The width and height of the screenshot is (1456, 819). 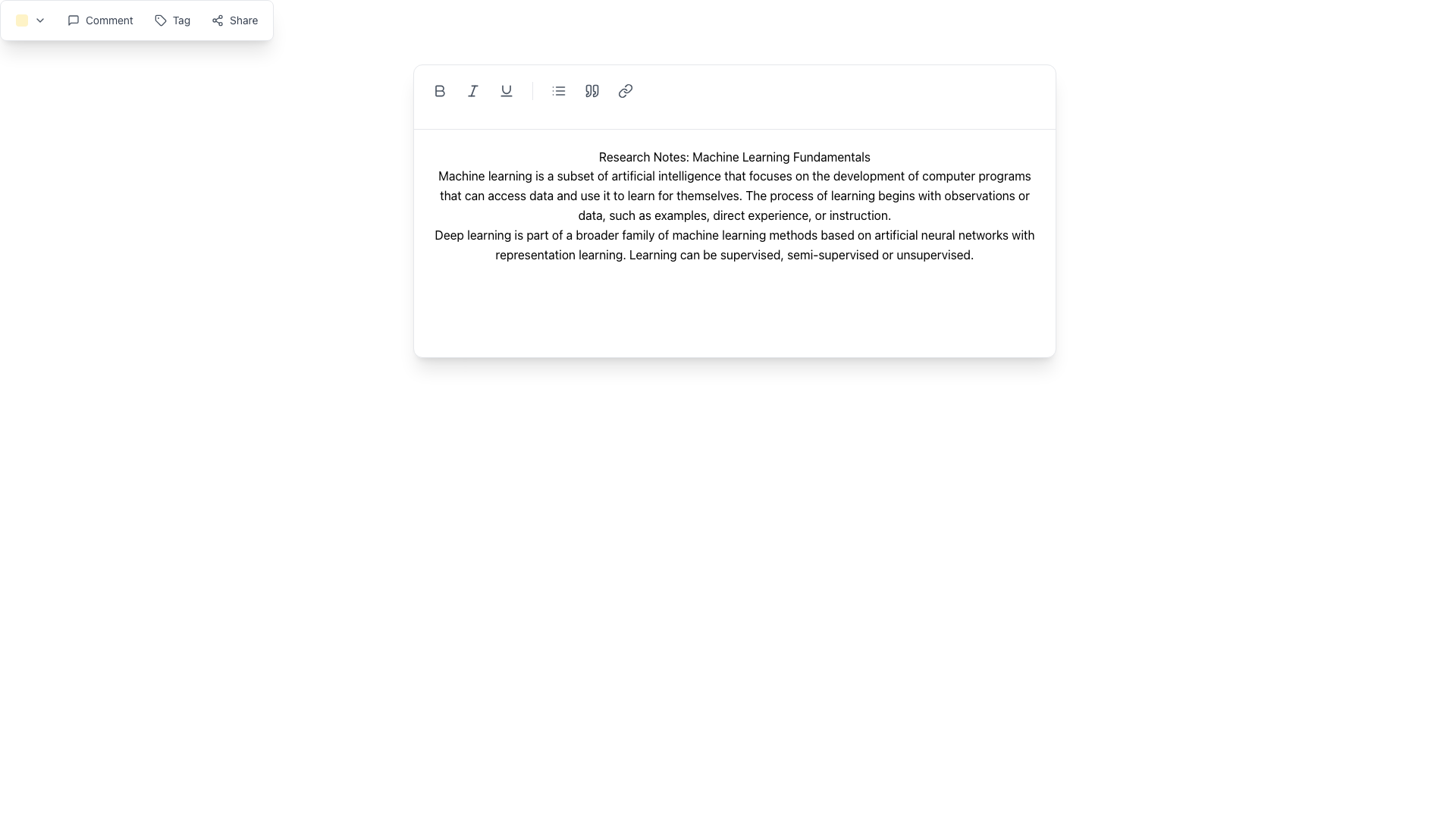 What do you see at coordinates (626, 90) in the screenshot?
I see `the hyperlink button, which is represented by a gray chain or link icon in the toolbar, the seventh item from the left` at bounding box center [626, 90].